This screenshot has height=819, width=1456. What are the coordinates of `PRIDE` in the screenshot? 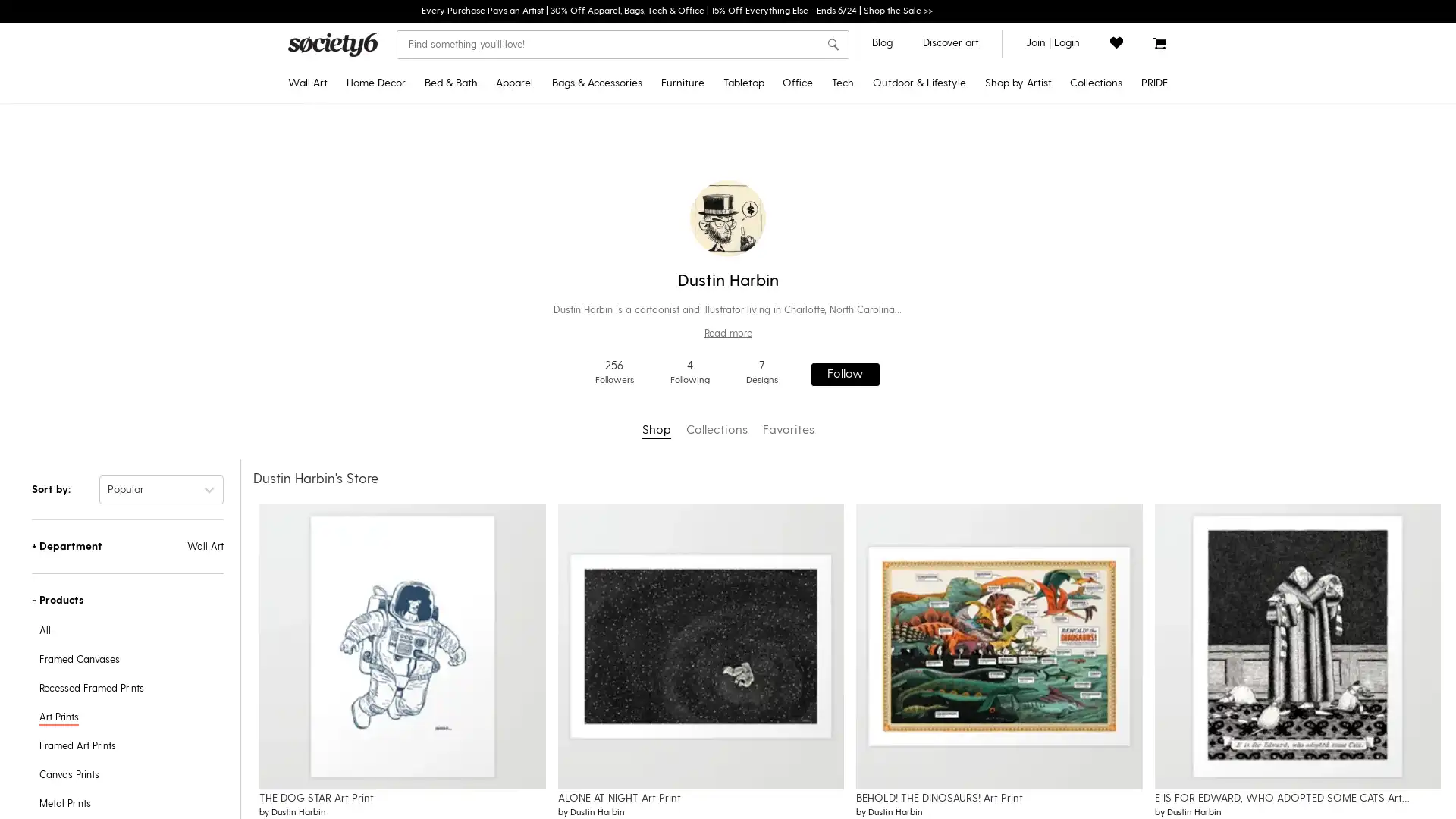 It's located at (1153, 83).